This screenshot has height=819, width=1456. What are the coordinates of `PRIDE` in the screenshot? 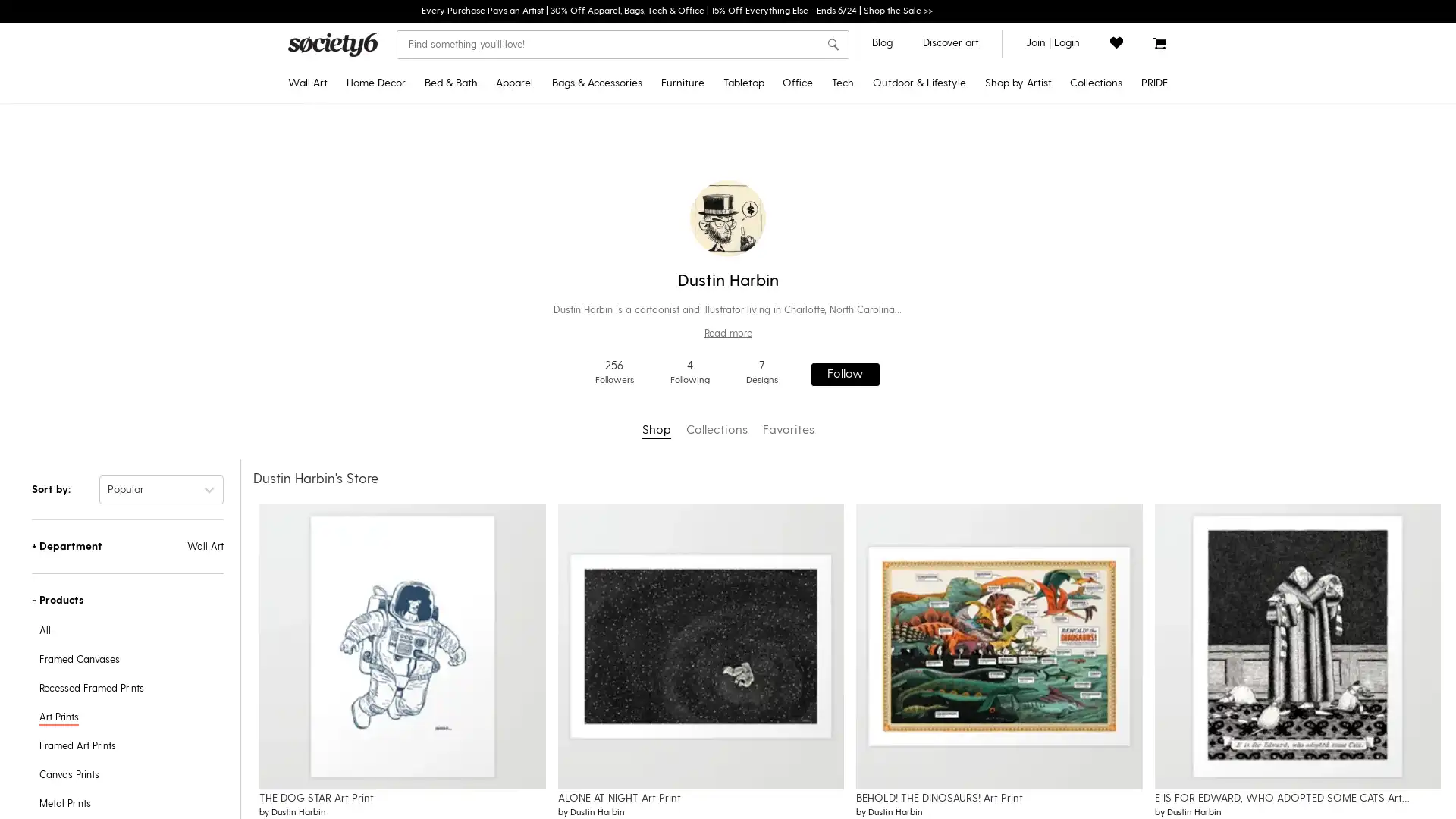 It's located at (1153, 83).